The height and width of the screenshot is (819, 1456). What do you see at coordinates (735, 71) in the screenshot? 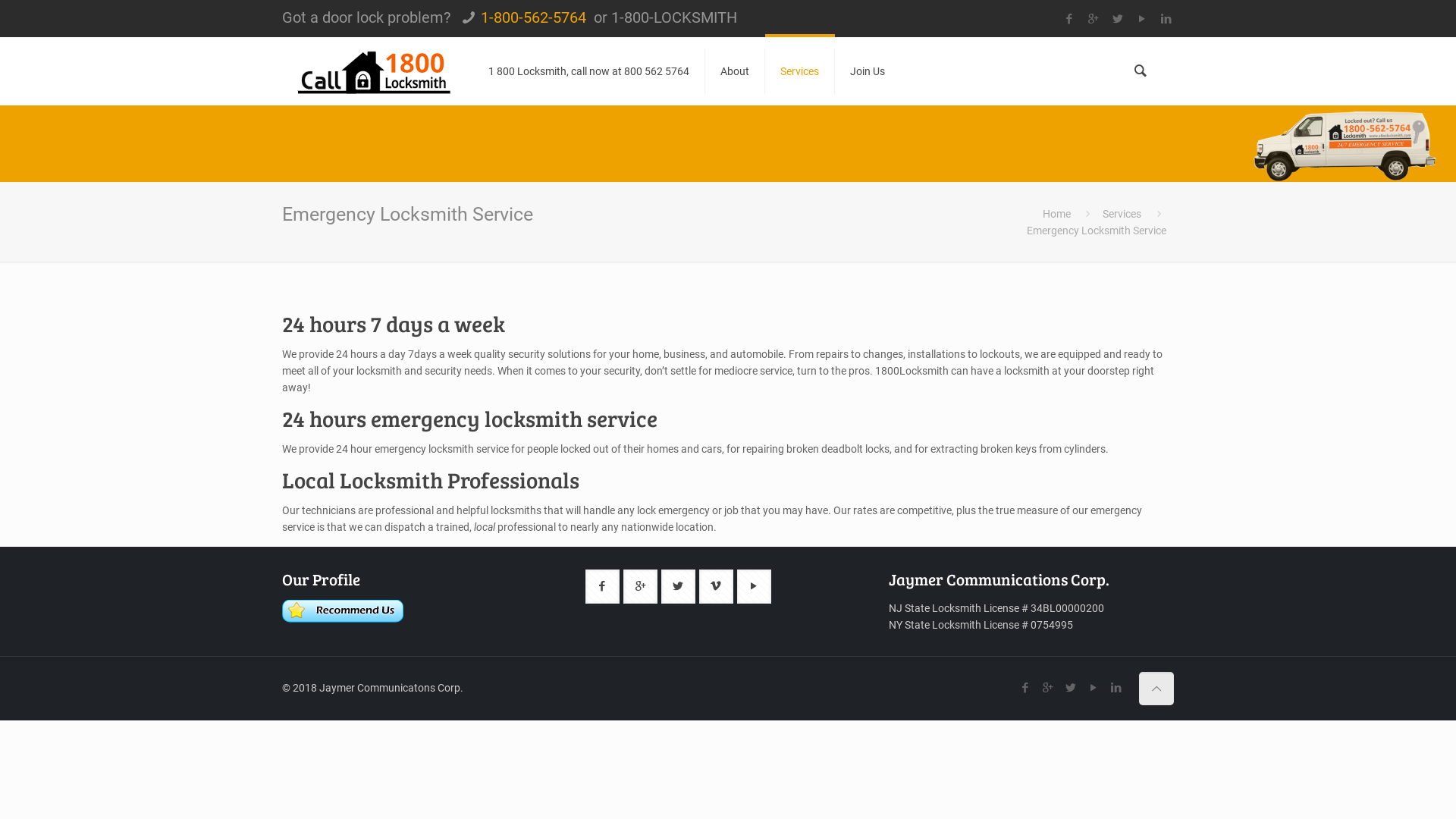
I see `'About'` at bounding box center [735, 71].